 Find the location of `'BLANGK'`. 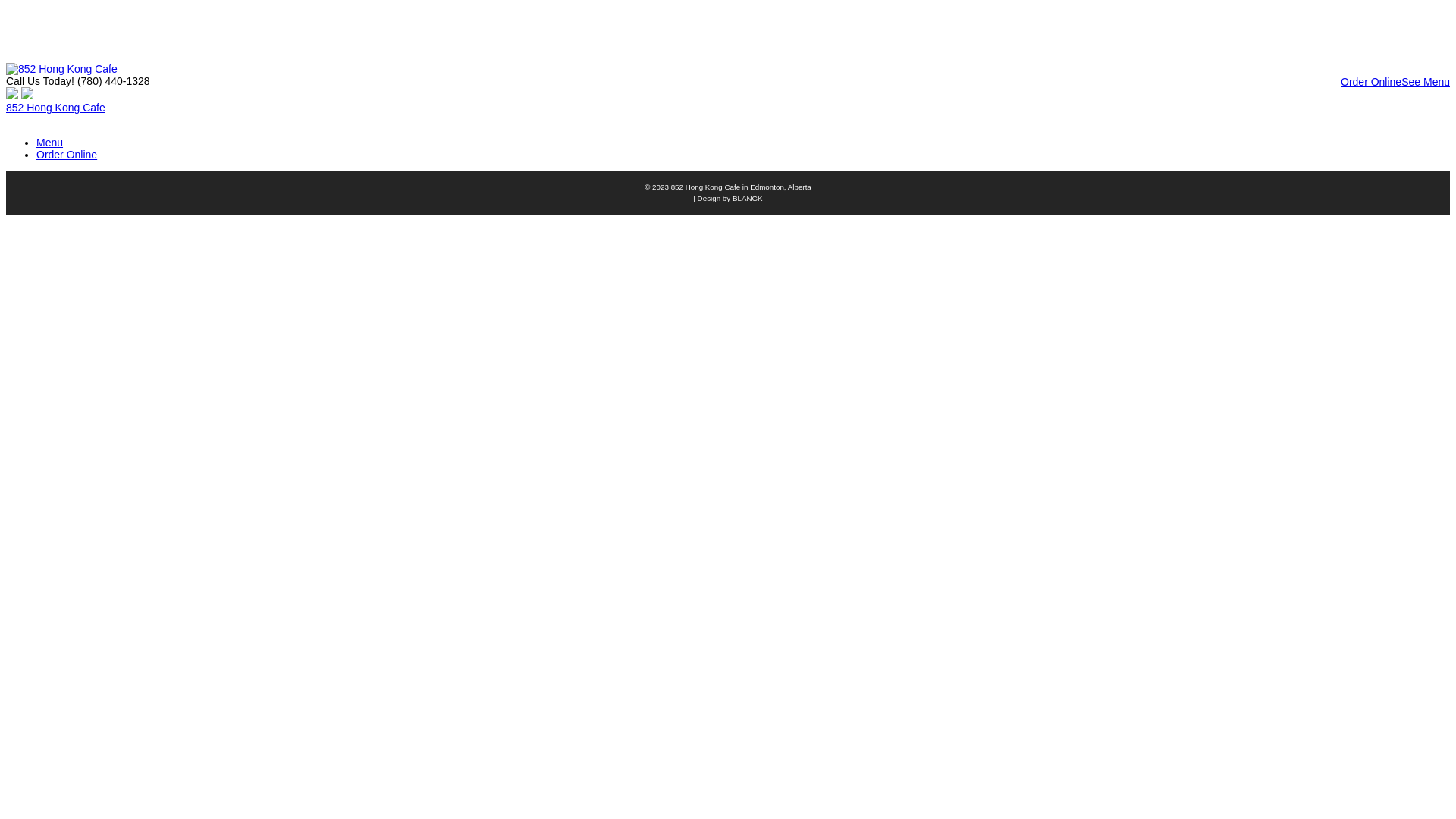

'BLANGK' is located at coordinates (732, 197).